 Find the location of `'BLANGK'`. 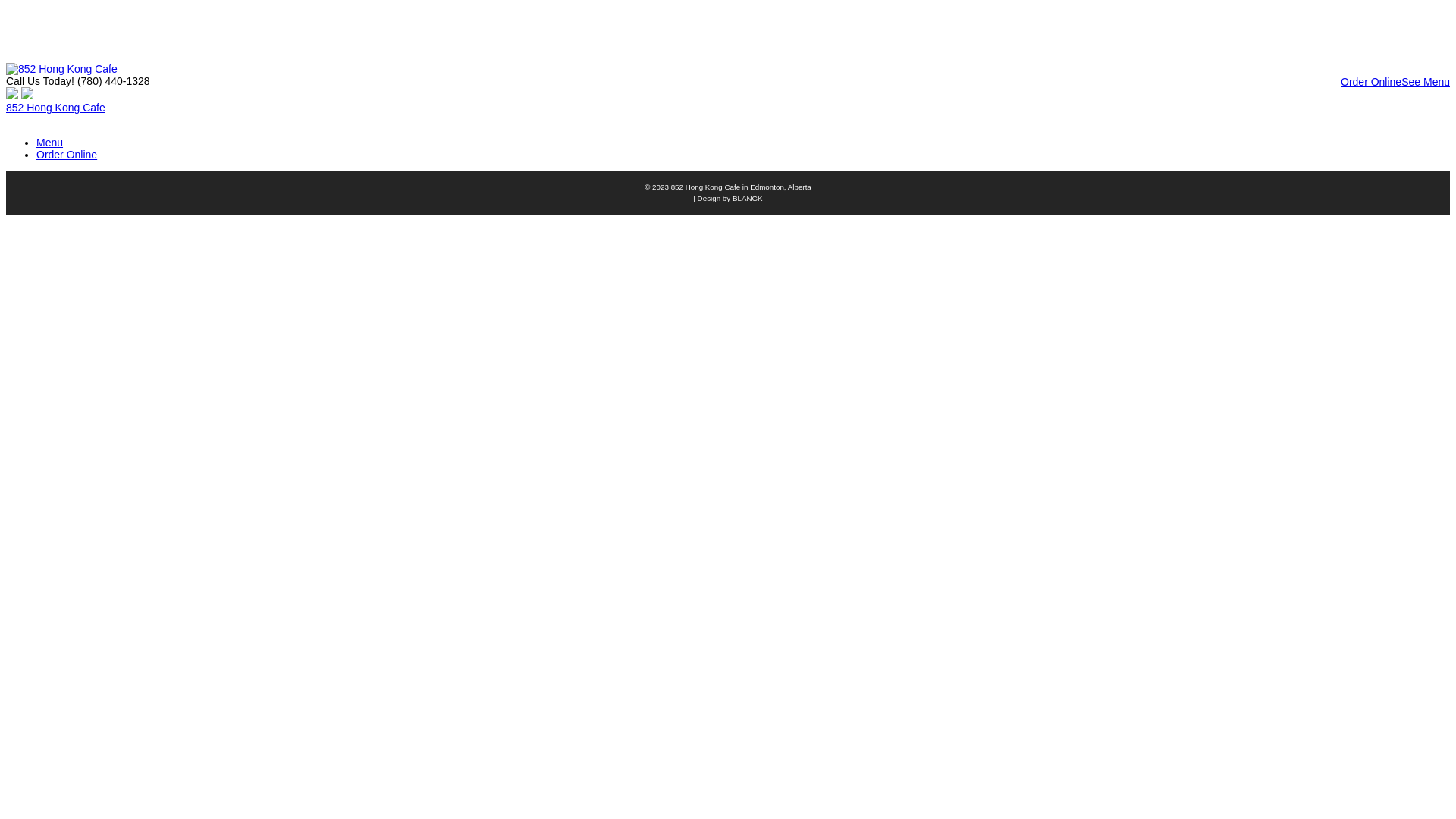

'BLANGK' is located at coordinates (732, 197).